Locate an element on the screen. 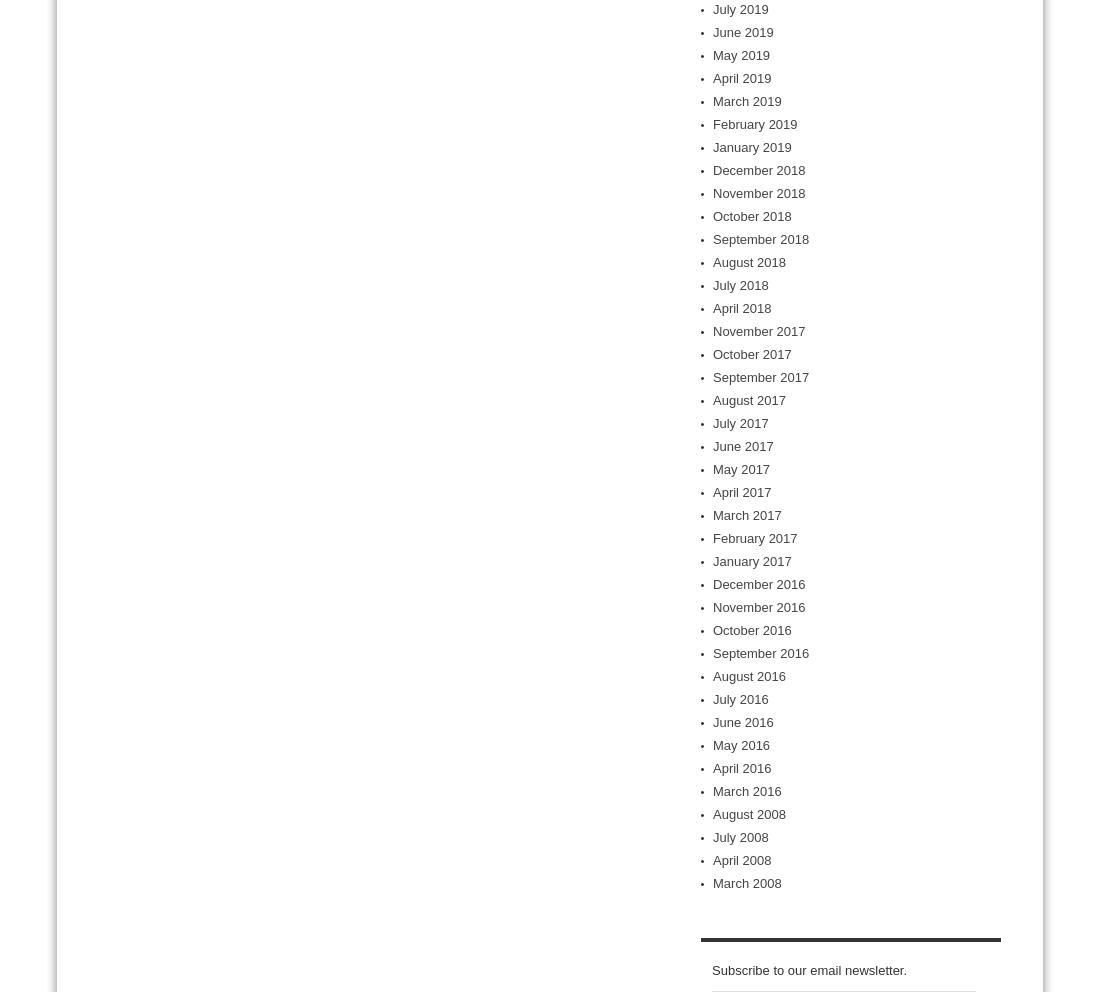  'November 2017' is located at coordinates (758, 330).